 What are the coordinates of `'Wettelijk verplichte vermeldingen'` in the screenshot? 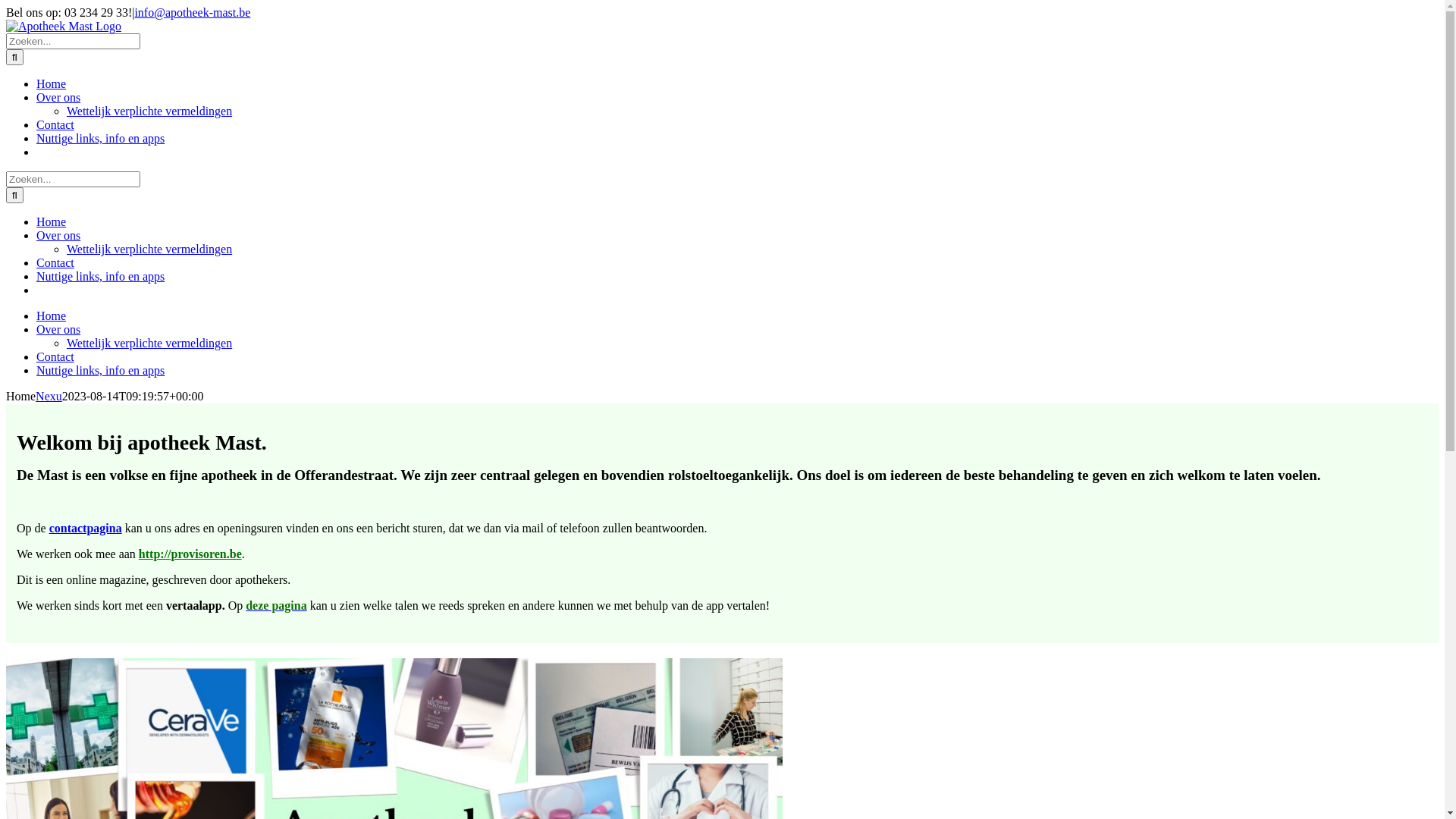 It's located at (65, 343).